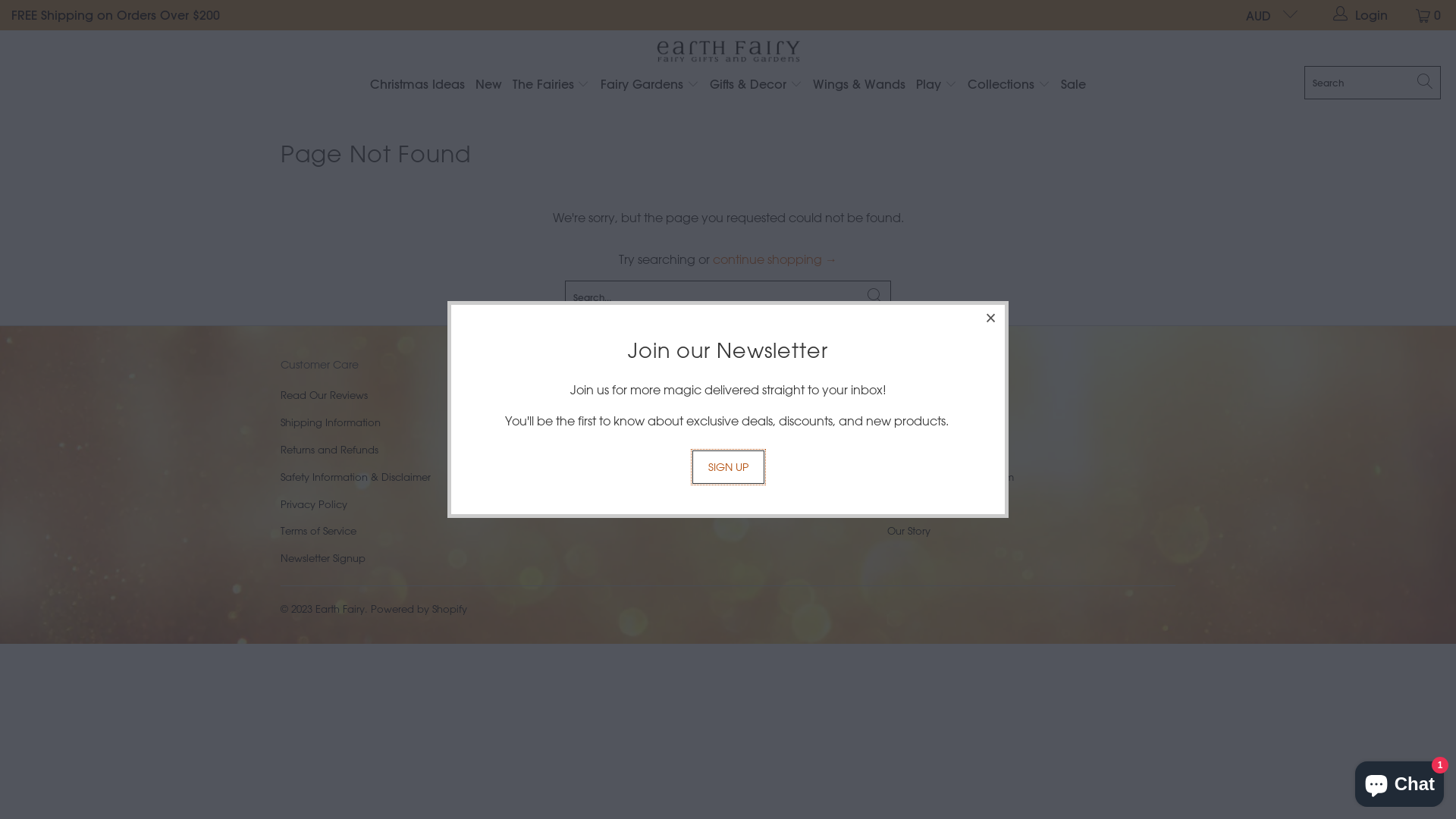 Image resolution: width=1456 pixels, height=819 pixels. Describe the element at coordinates (330, 422) in the screenshot. I see `'Shipping Information'` at that location.